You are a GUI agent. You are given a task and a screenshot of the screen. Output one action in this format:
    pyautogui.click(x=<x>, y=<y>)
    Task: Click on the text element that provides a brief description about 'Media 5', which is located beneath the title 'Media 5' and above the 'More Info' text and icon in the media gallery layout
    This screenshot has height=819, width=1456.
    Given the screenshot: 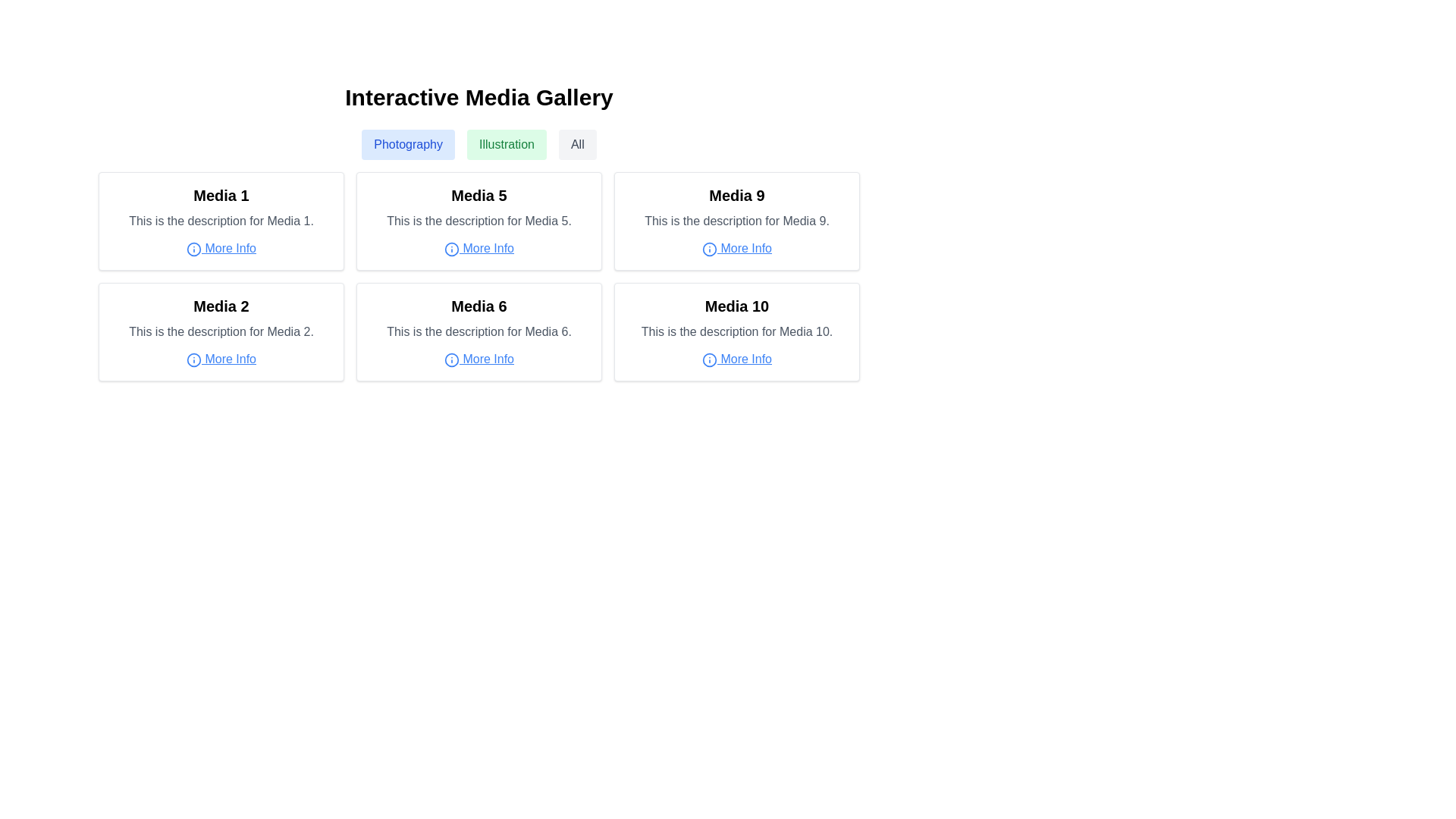 What is the action you would take?
    pyautogui.click(x=479, y=221)
    